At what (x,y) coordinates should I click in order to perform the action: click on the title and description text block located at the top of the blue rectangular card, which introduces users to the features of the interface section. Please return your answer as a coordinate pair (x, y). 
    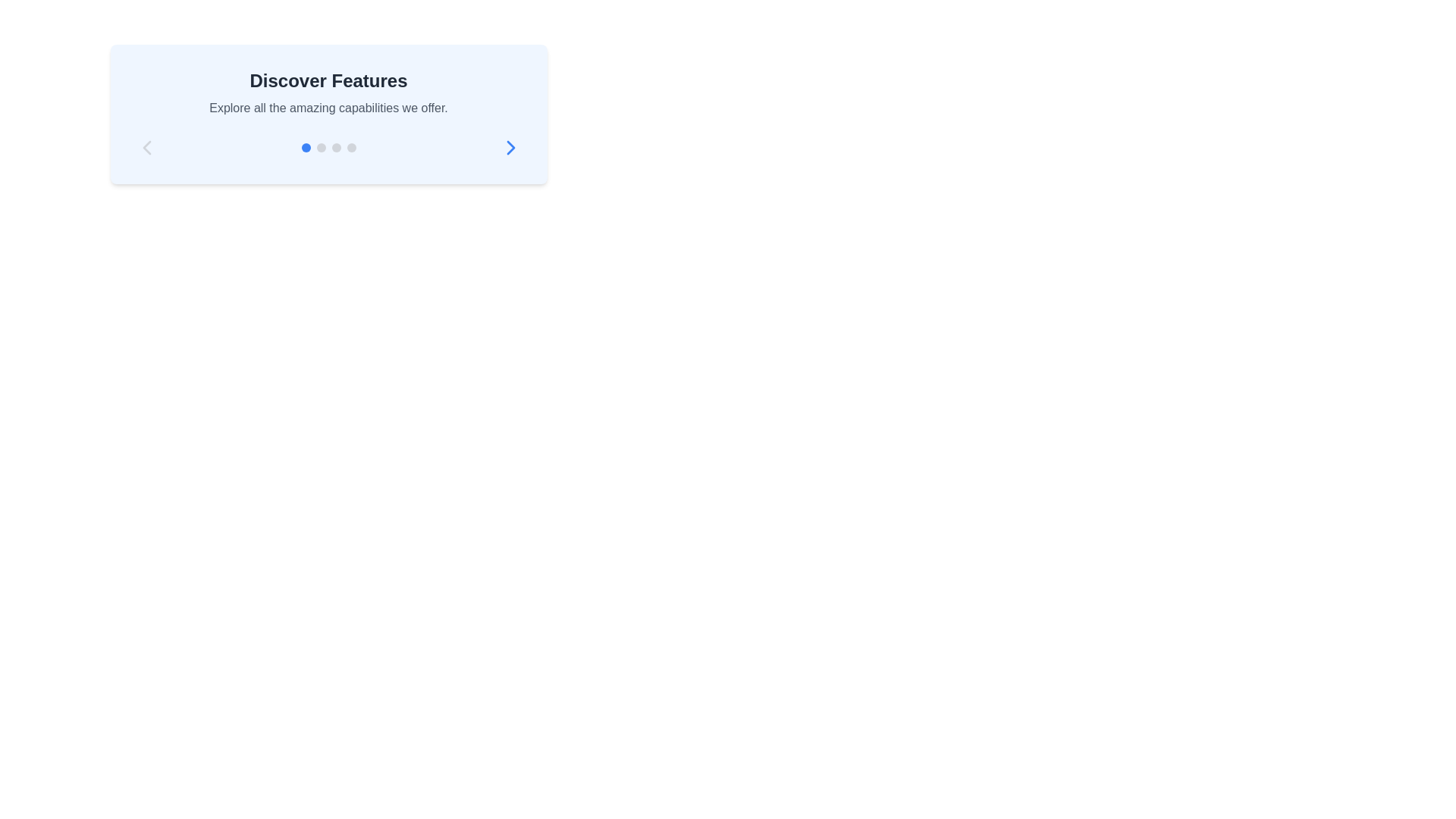
    Looking at the image, I should click on (328, 93).